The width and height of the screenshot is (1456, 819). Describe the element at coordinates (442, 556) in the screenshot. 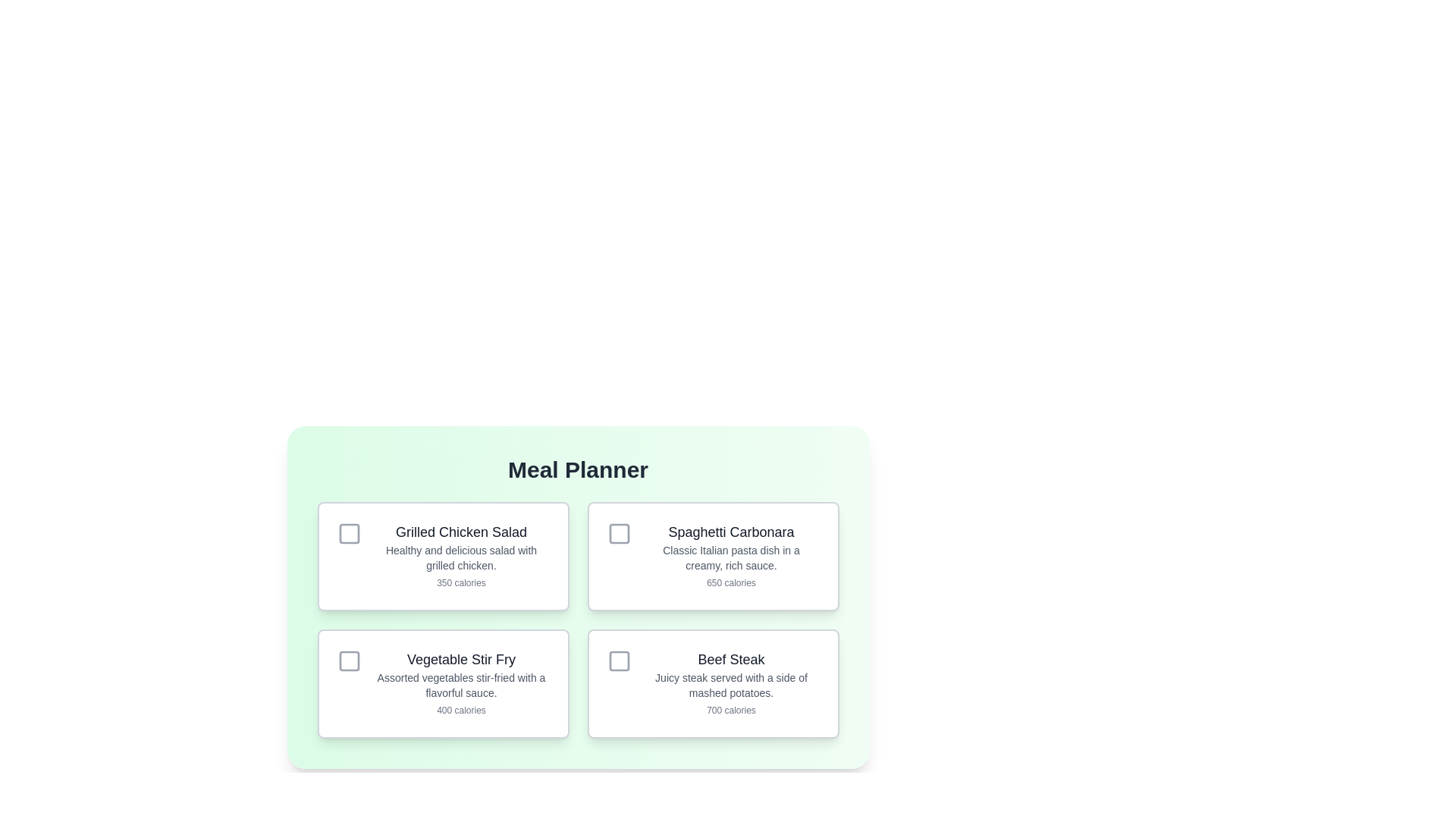

I see `textual information on the card representing 'Grilled Chicken Salad' in the meal planner interface, which includes the title, description, and caloric content` at that location.